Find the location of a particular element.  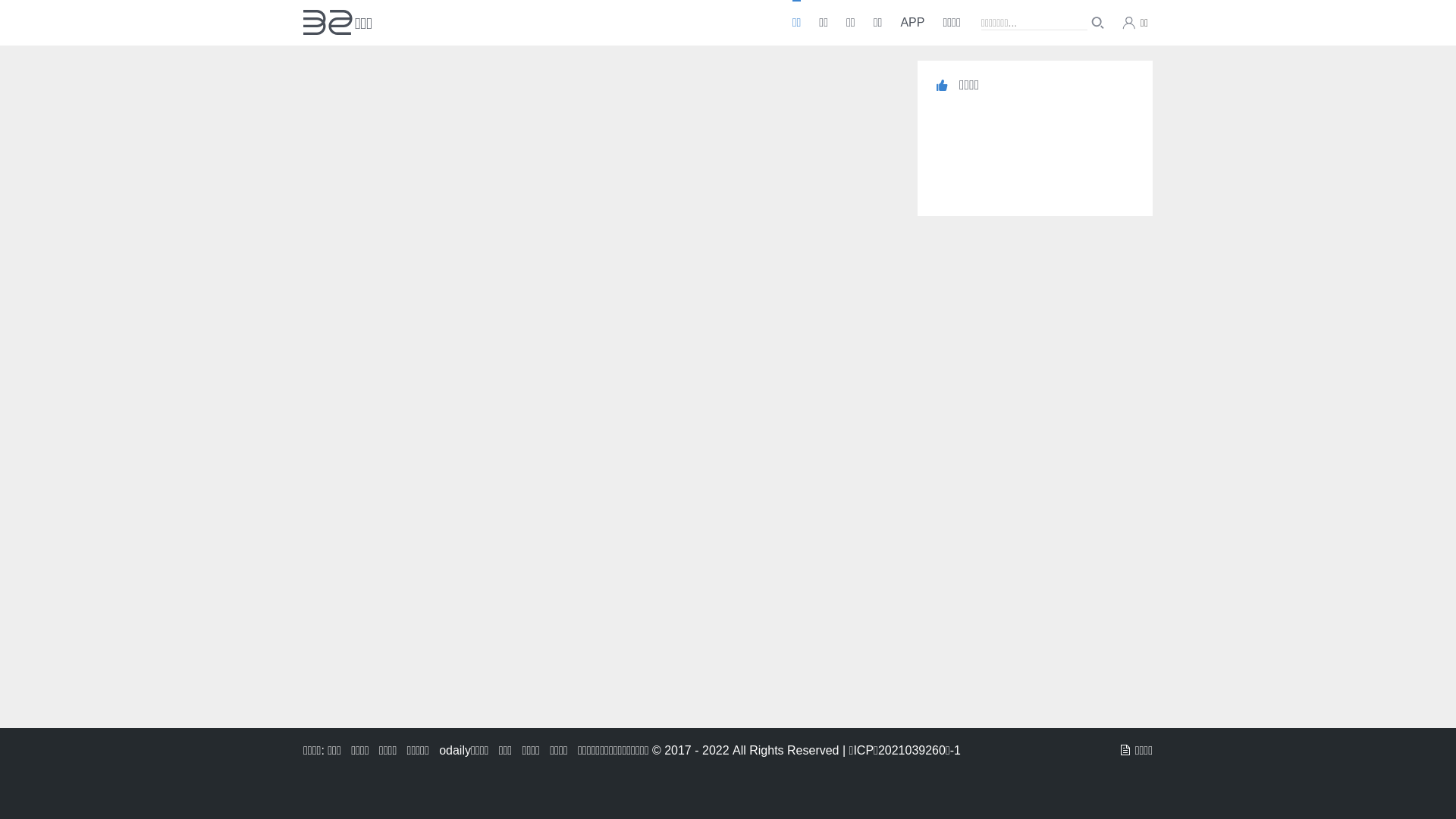

'APP' is located at coordinates (899, 9).